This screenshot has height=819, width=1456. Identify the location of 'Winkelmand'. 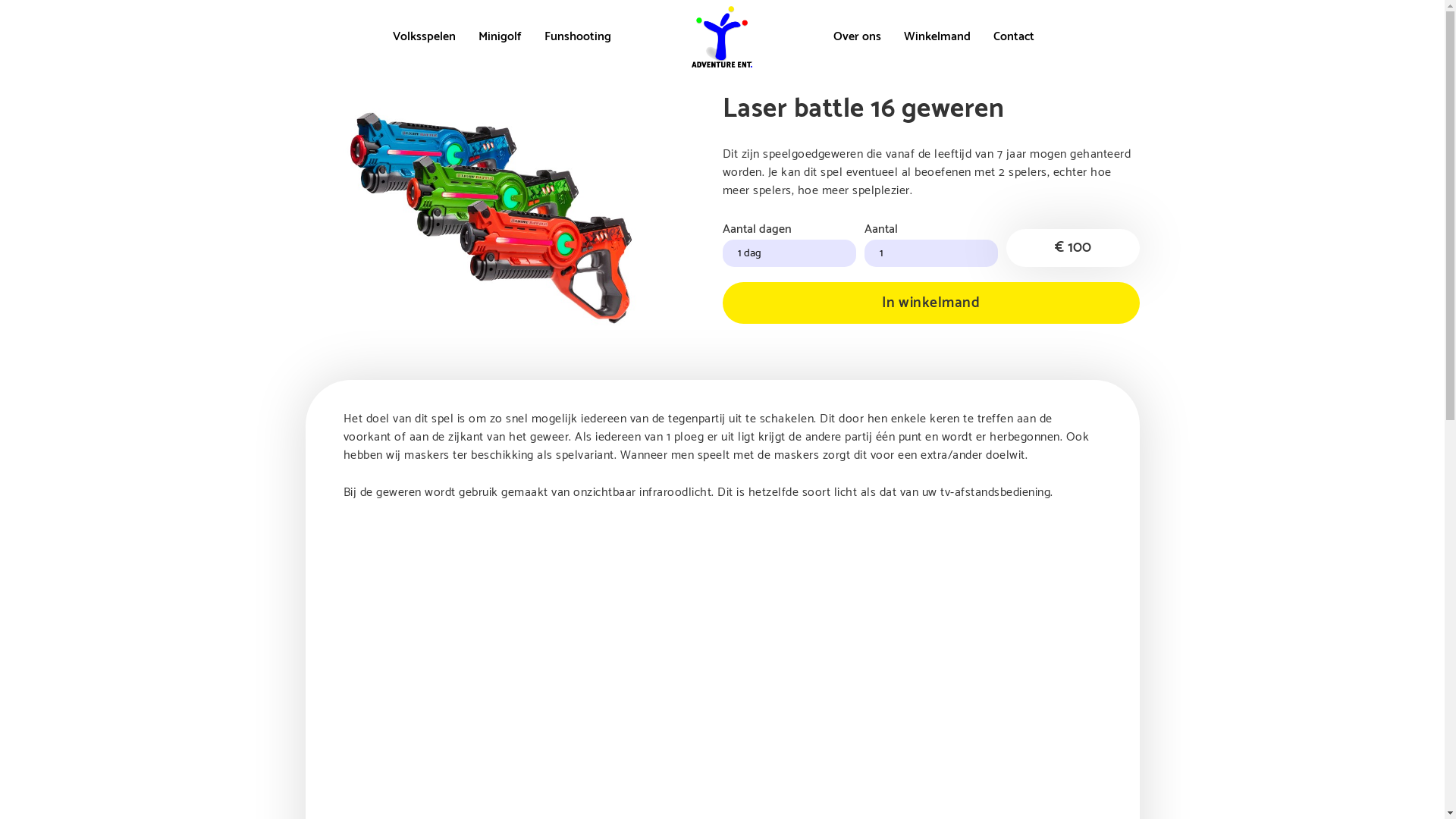
(937, 36).